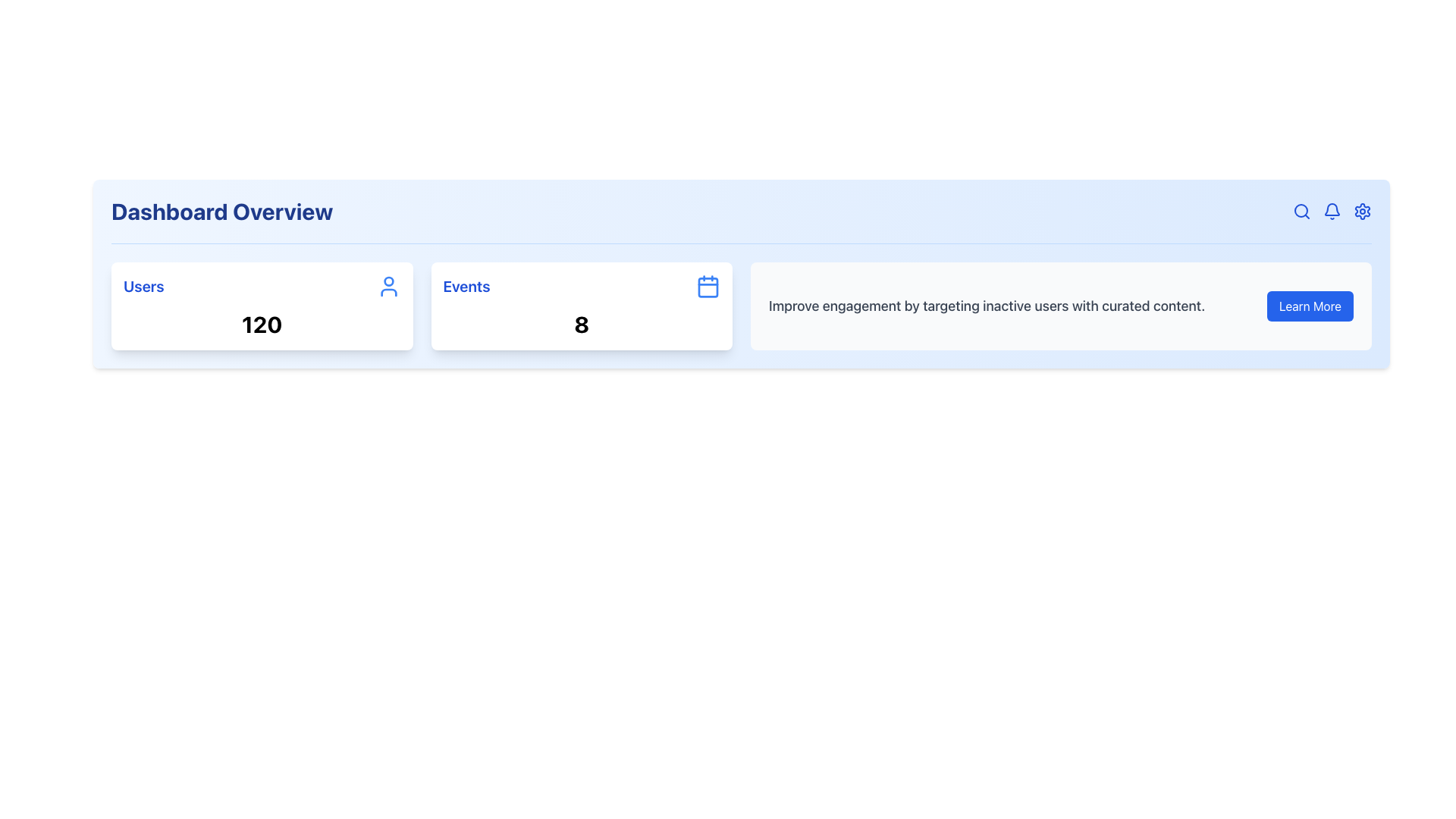 Image resolution: width=1456 pixels, height=819 pixels. Describe the element at coordinates (221, 211) in the screenshot. I see `text of the section header labeled 'Dashboard Overview' located at the upper-left side of the interface` at that location.